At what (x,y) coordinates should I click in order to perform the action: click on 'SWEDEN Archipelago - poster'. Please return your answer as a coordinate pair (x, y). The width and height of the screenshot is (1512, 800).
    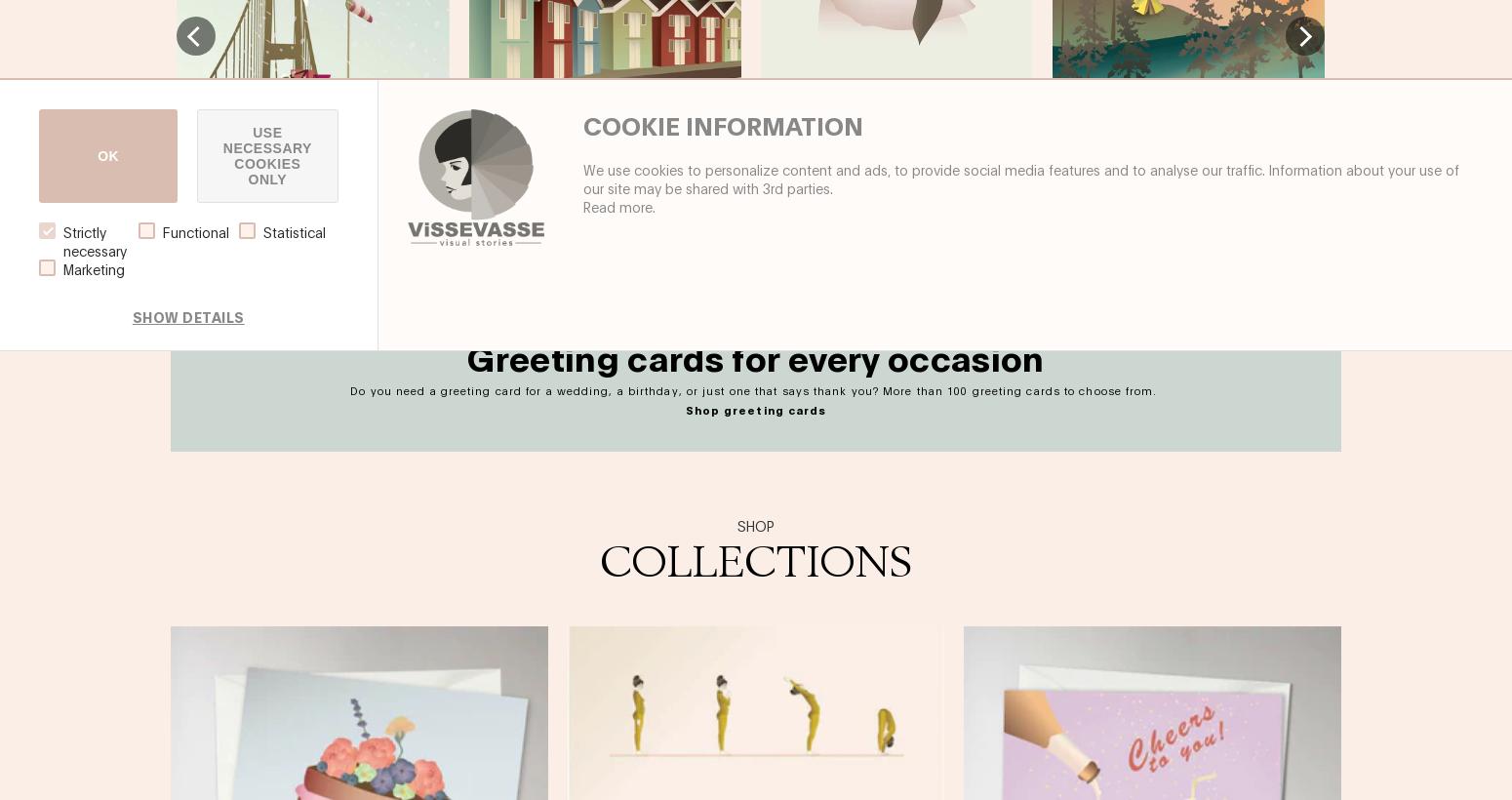
    Looking at the image, I should click on (467, 208).